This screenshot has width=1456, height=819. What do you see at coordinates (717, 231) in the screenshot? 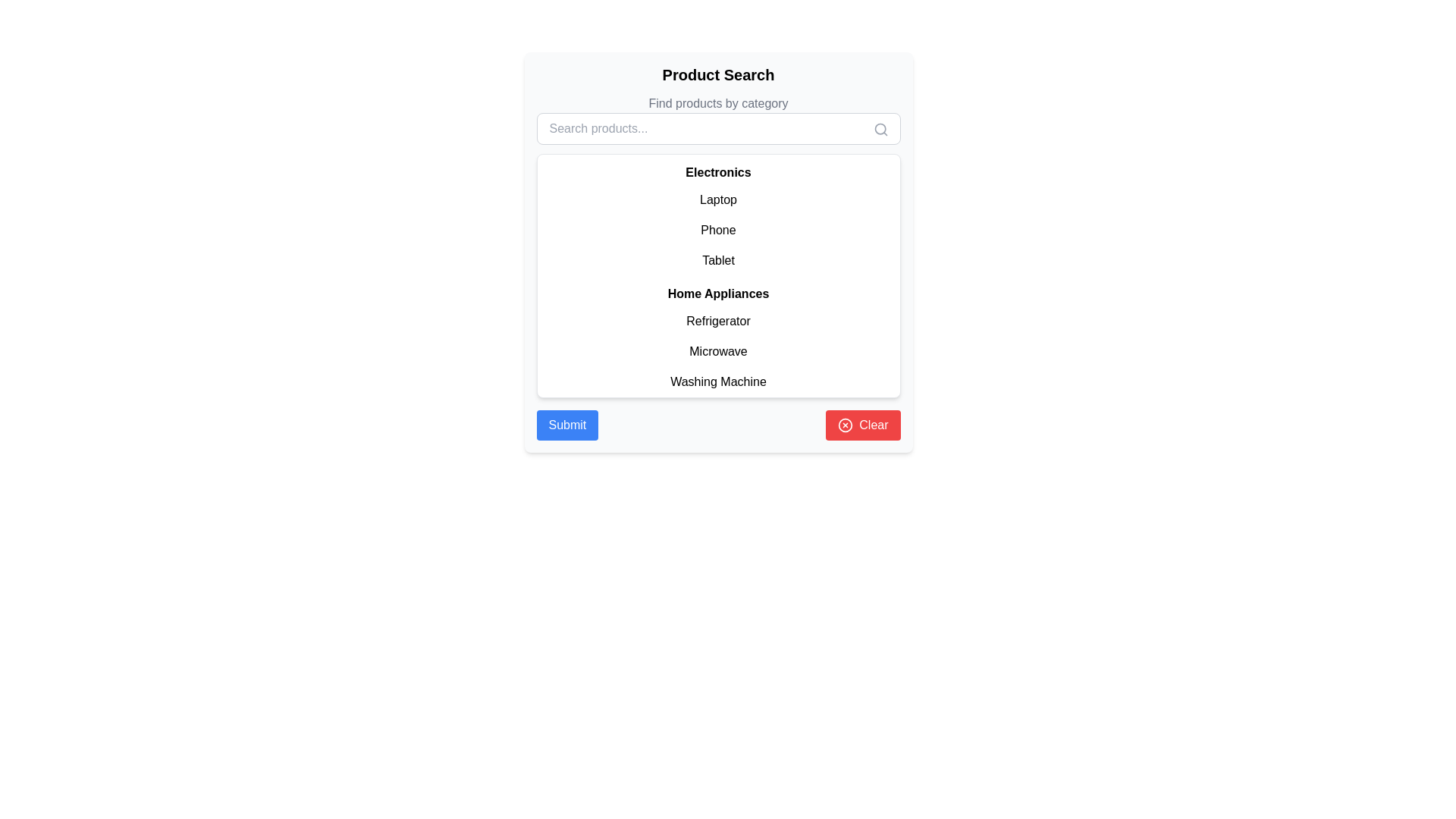
I see `the 'Phone' text label, which is the third item in the vertical list under the 'Electronics' header` at bounding box center [717, 231].